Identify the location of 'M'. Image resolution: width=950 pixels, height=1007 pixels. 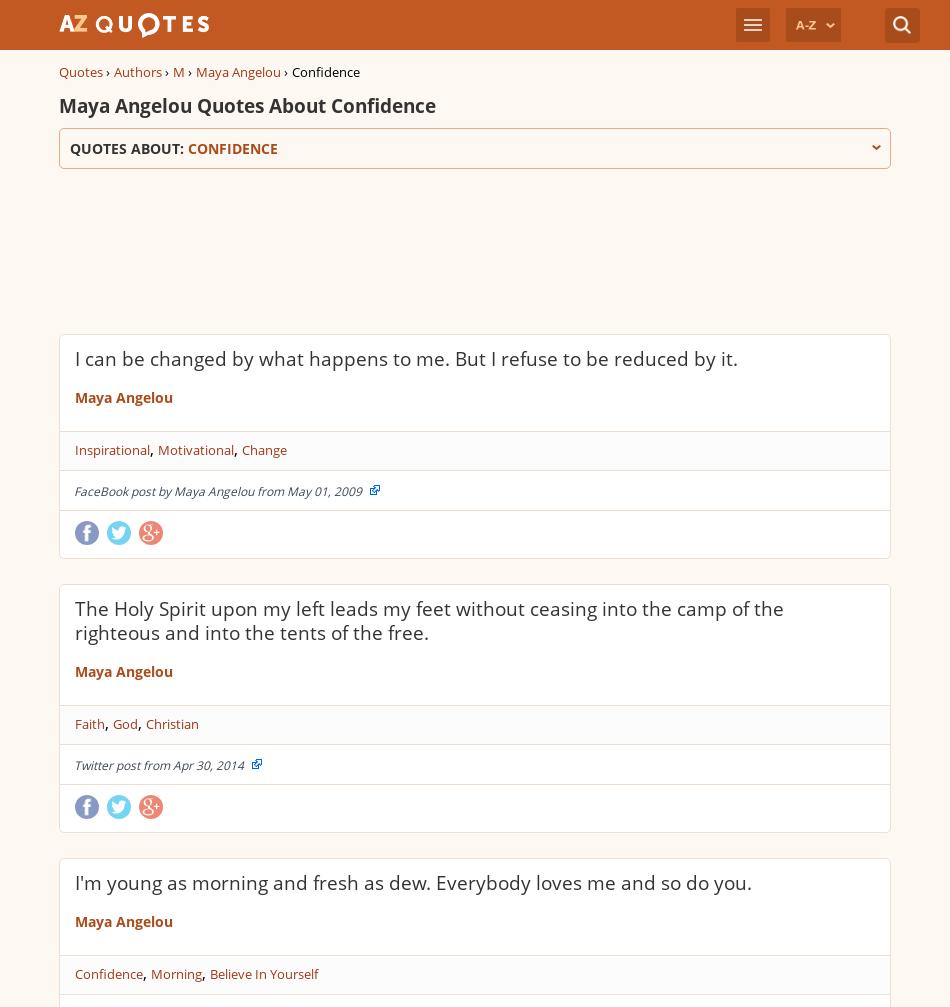
(172, 72).